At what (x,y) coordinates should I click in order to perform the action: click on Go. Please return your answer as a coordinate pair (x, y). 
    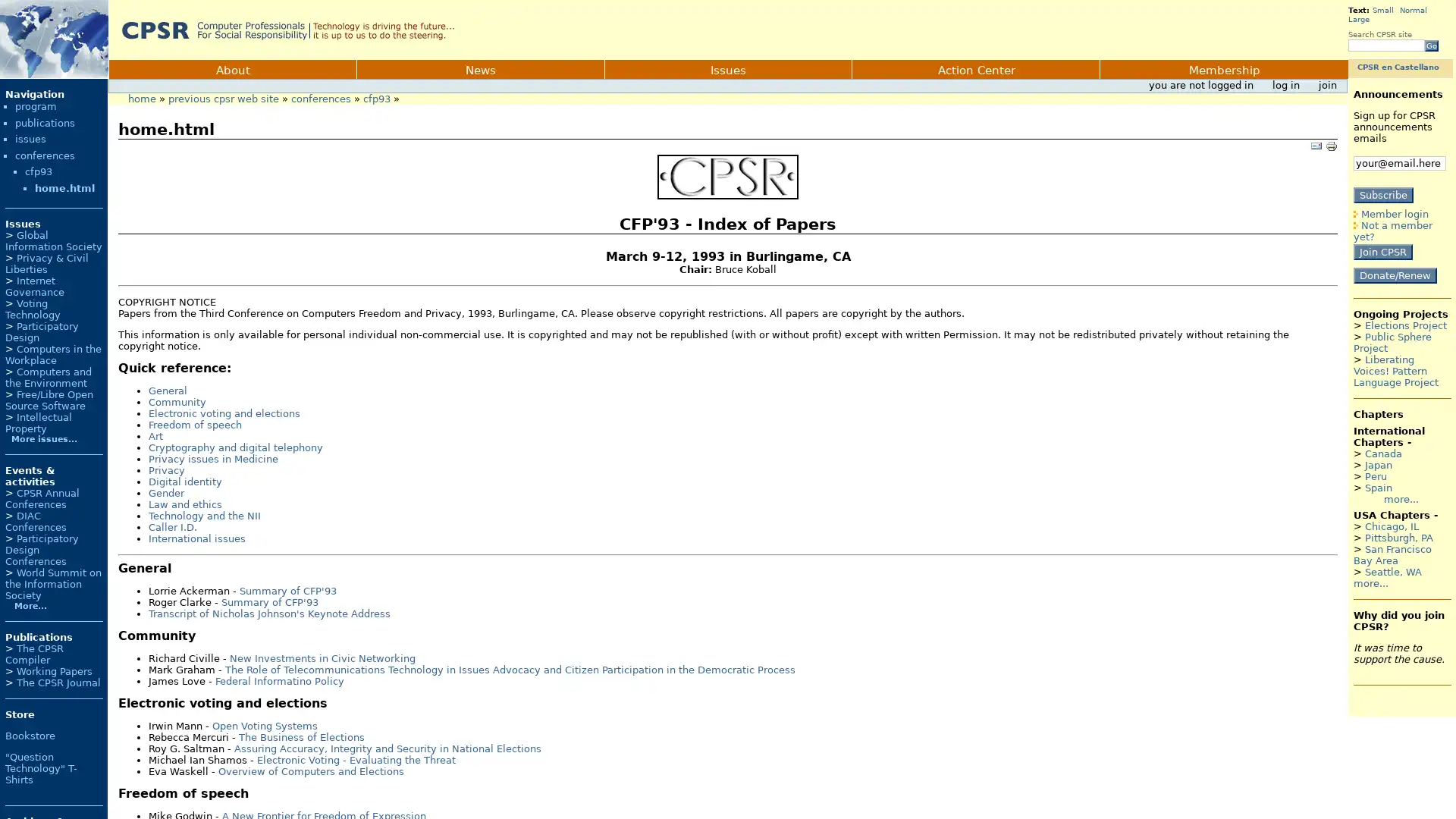
    Looking at the image, I should click on (1430, 45).